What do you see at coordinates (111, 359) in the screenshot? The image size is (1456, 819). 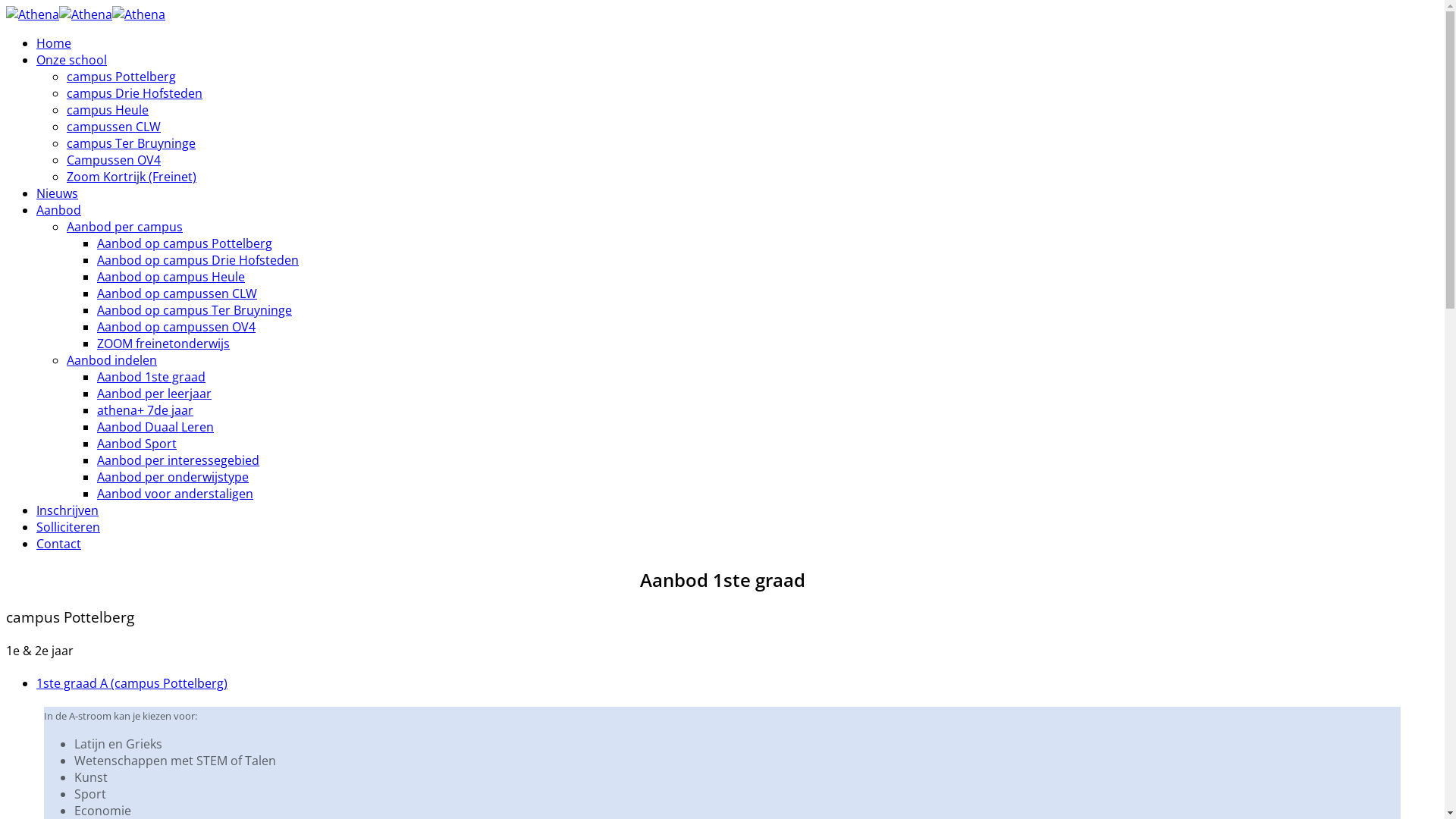 I see `'Aanbod indelen'` at bounding box center [111, 359].